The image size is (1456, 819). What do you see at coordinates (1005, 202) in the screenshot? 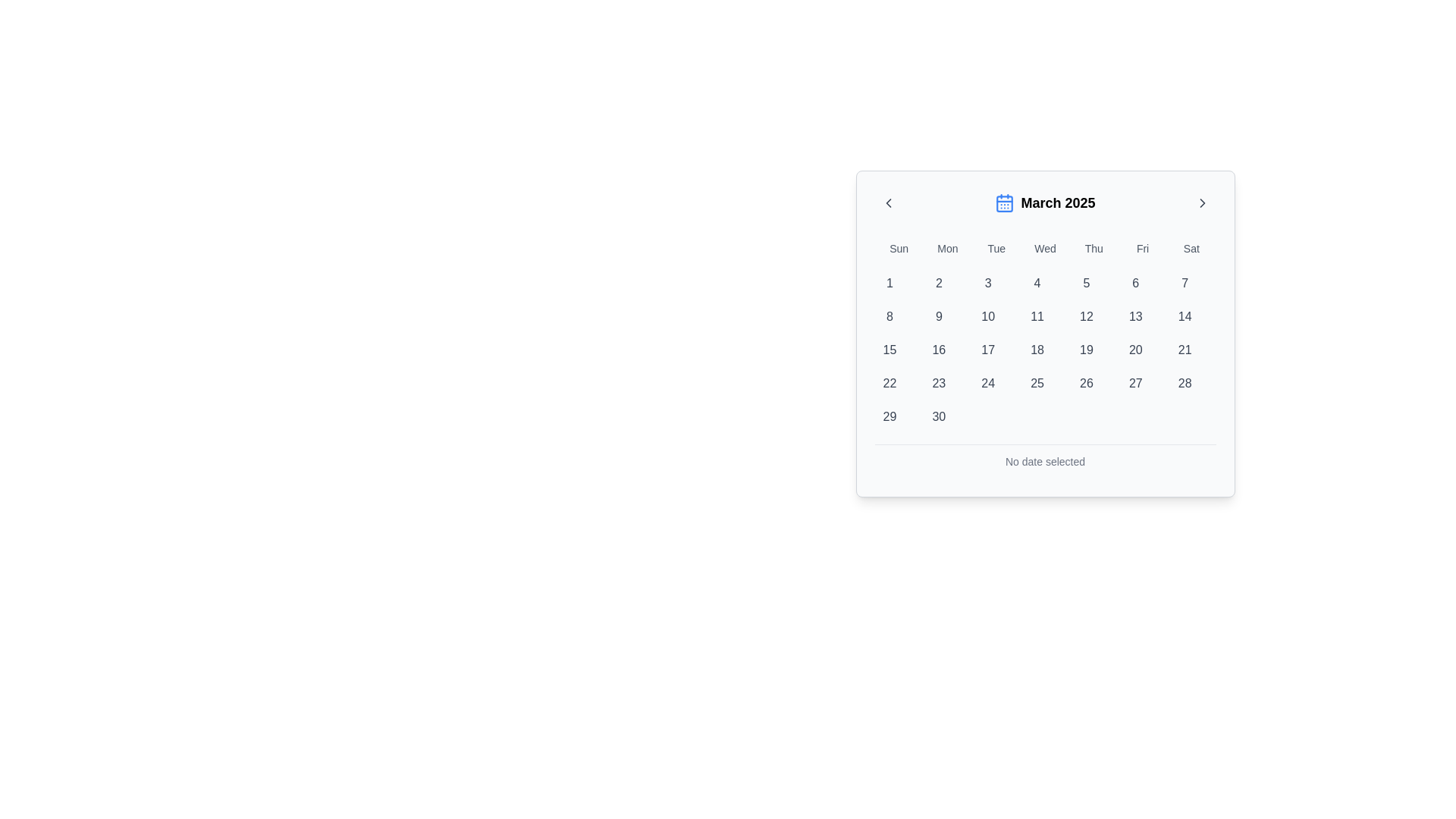
I see `the blue calendar icon located to the left of the text 'March 2025' in the date picker component` at bounding box center [1005, 202].